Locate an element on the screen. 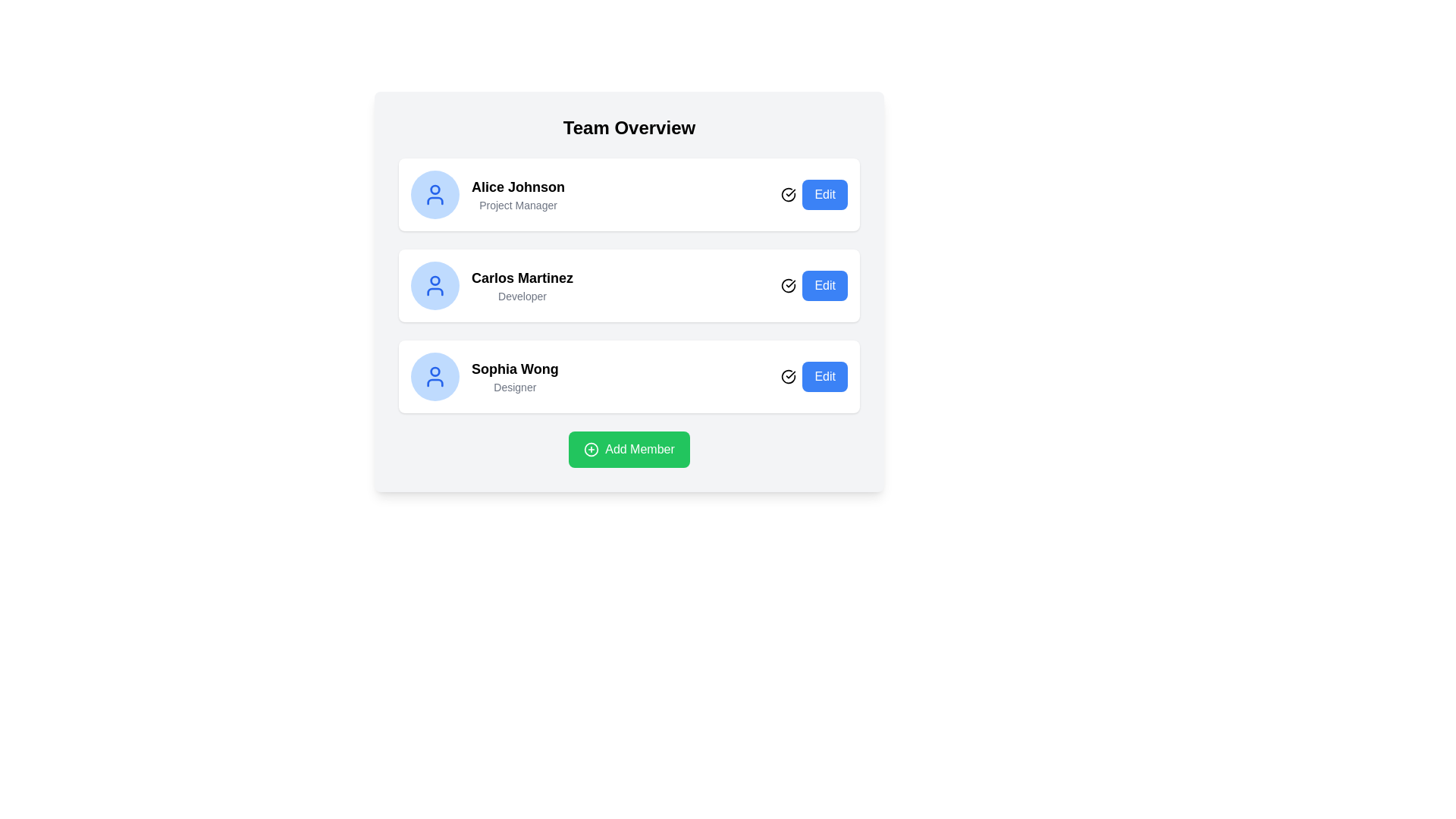 The height and width of the screenshot is (819, 1456). the detailed list item component representing the profile information for 'Sophia Wong', which is the third item in the user profiles list is located at coordinates (629, 376).